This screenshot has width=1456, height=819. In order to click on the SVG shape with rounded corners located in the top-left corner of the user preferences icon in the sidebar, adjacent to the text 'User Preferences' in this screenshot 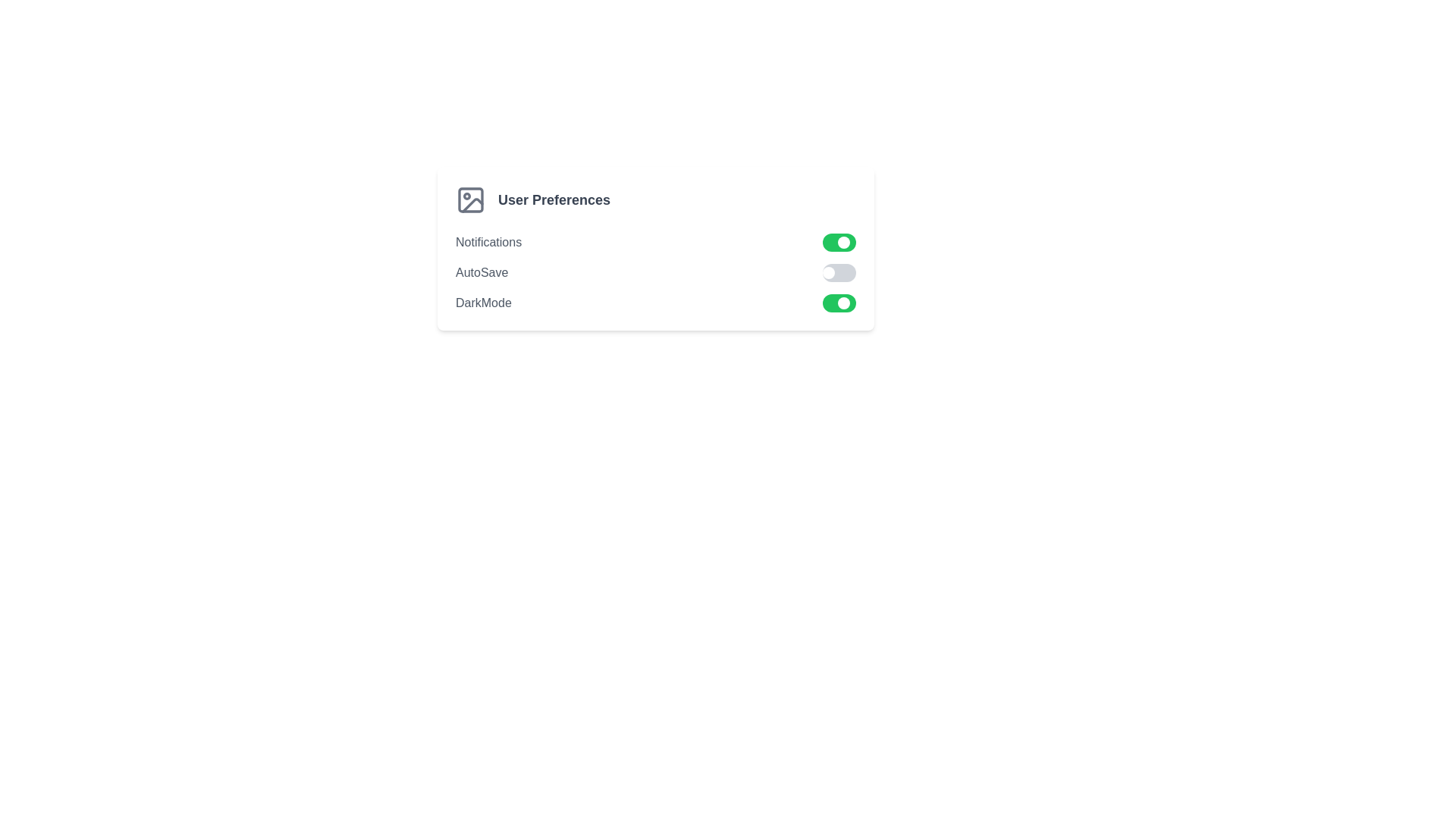, I will do `click(469, 199)`.